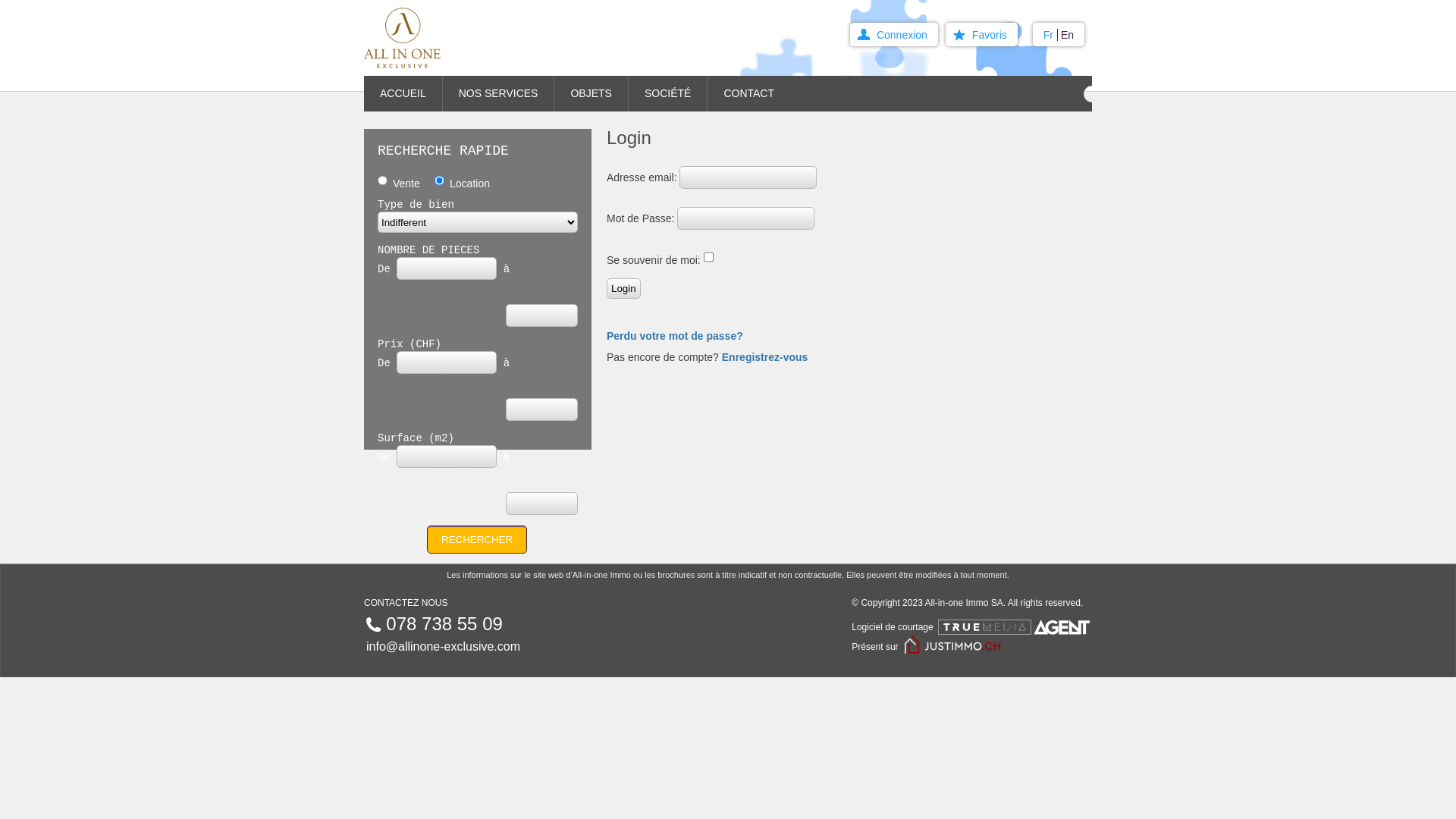  What do you see at coordinates (1050, 34) in the screenshot?
I see `'Fr'` at bounding box center [1050, 34].